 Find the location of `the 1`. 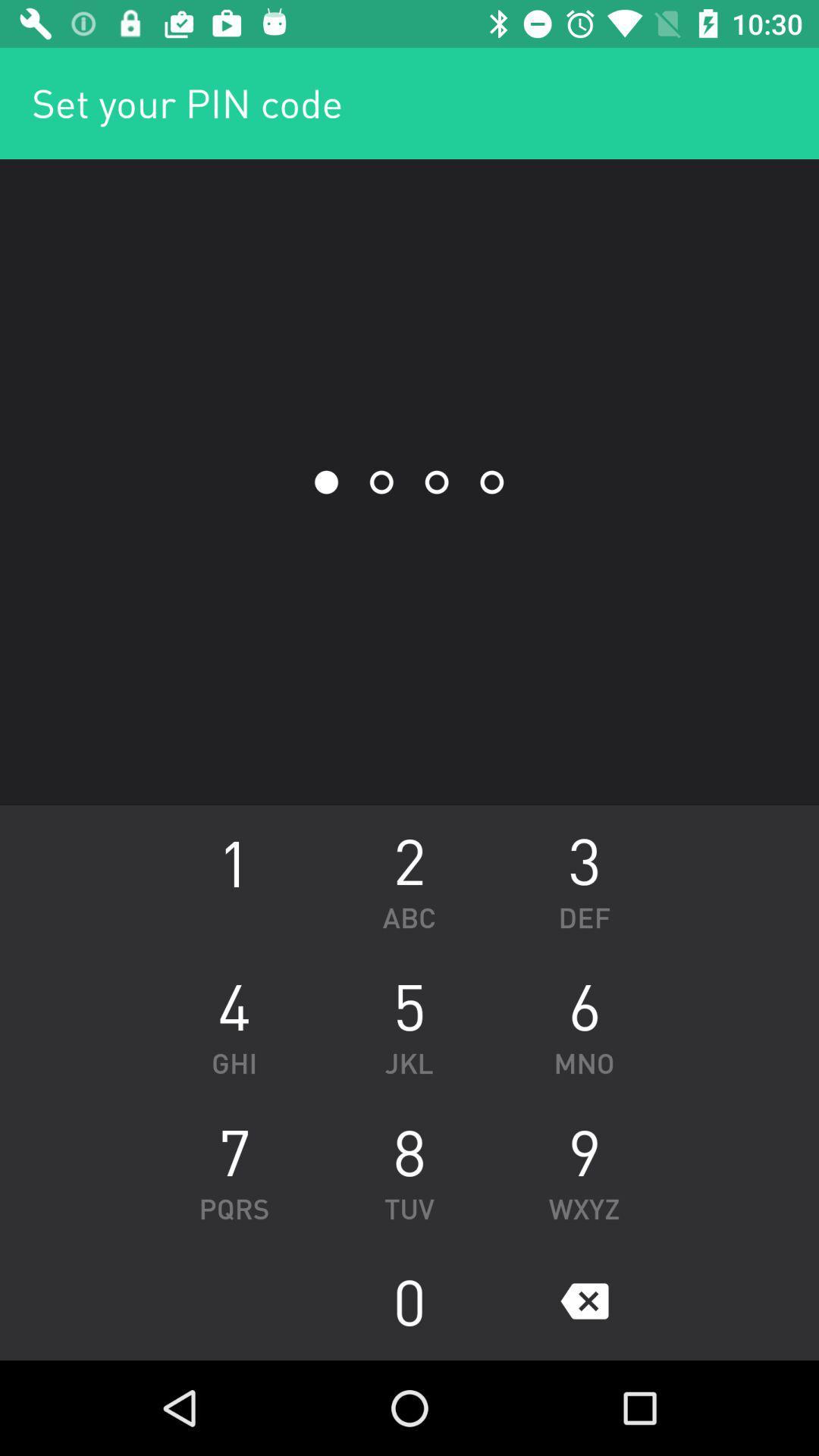

the 1 is located at coordinates (234, 877).